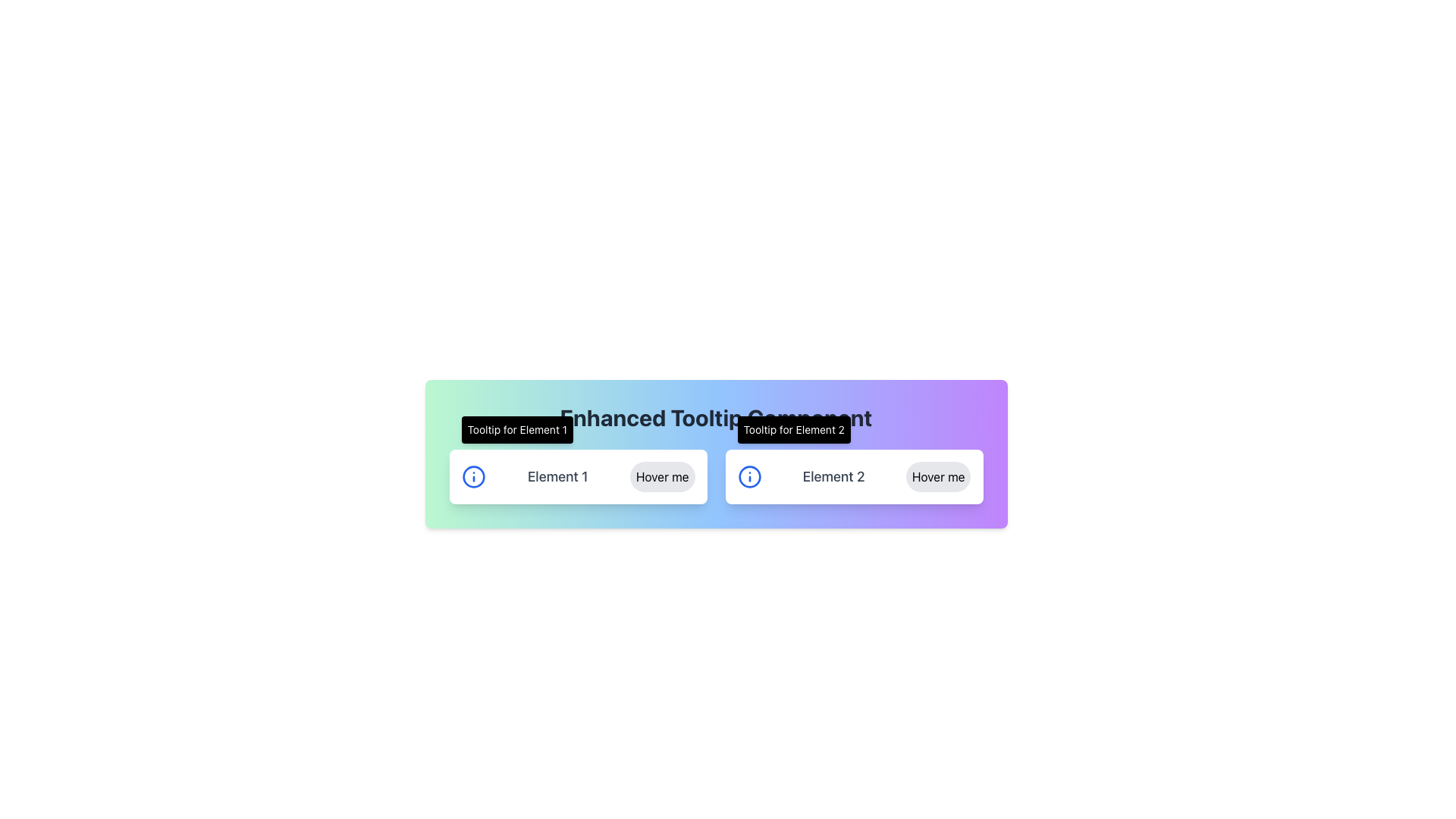  Describe the element at coordinates (472, 475) in the screenshot. I see `the decorative part of the blue information icon, which is the second icon in a row of icons` at that location.